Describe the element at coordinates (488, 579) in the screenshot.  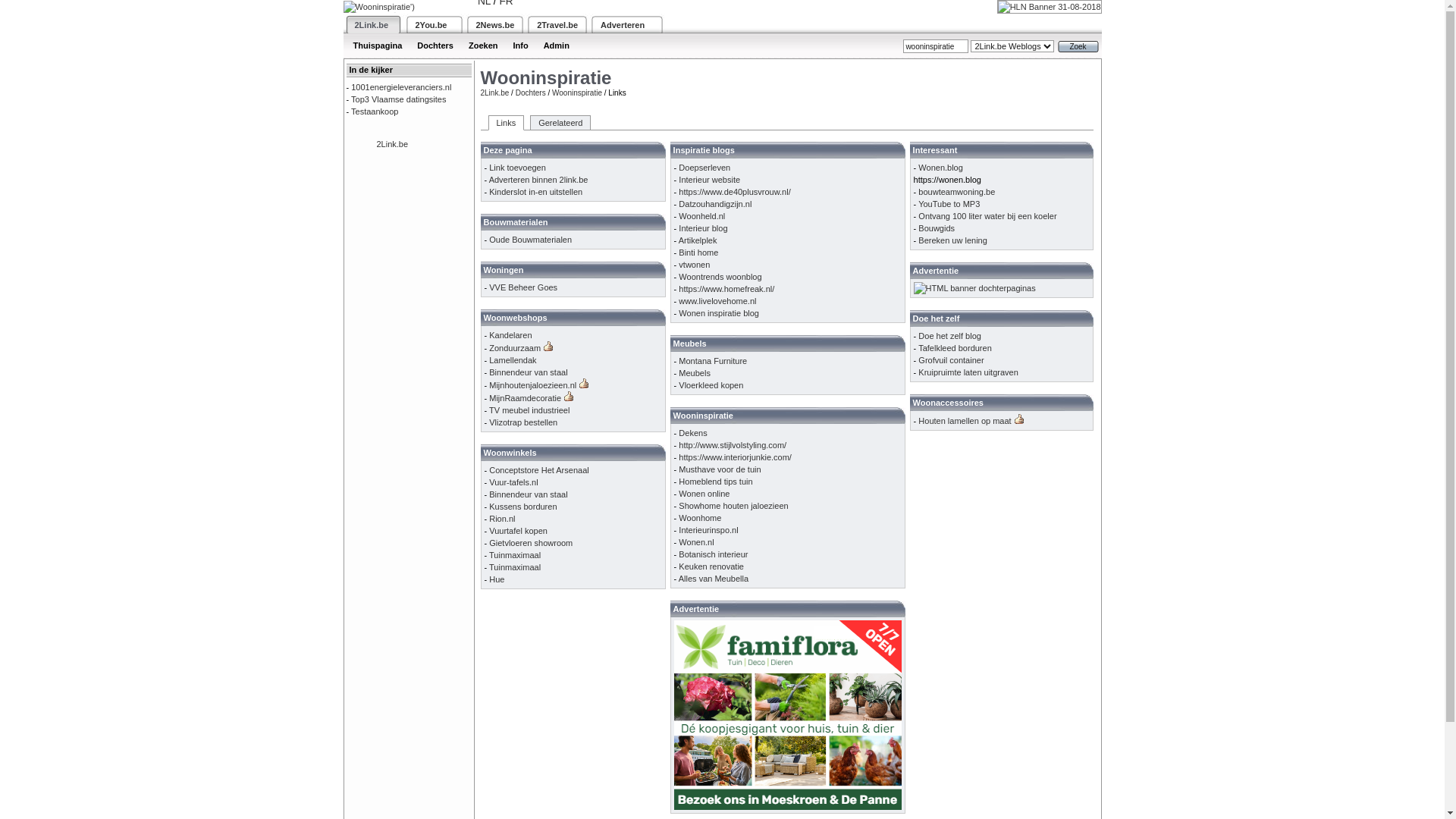
I see `'Hue'` at that location.